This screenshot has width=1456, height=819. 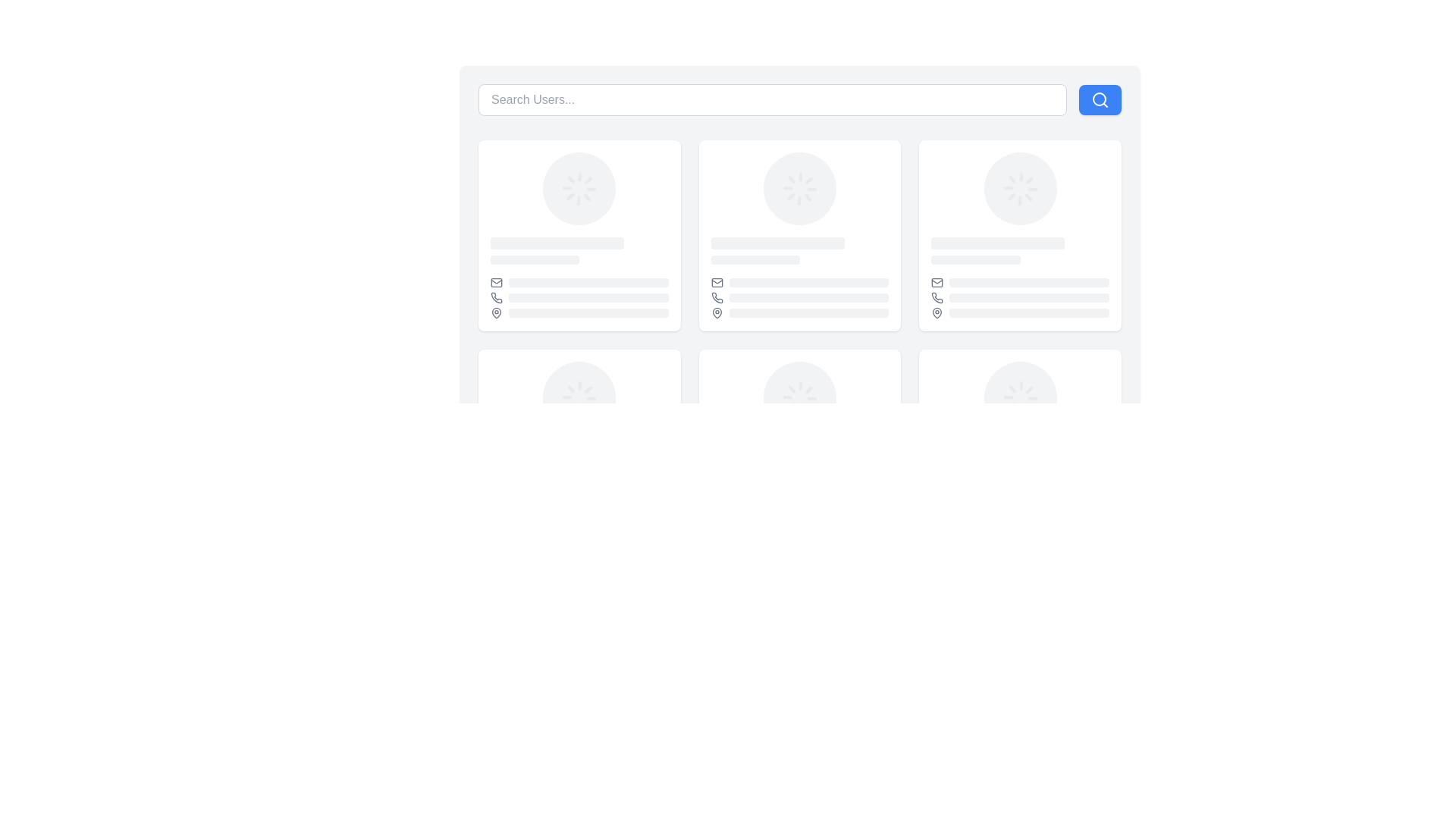 What do you see at coordinates (579, 236) in the screenshot?
I see `the profile card located in the first column and first row of the grid layout, which displays user information such as an avatar and name` at bounding box center [579, 236].